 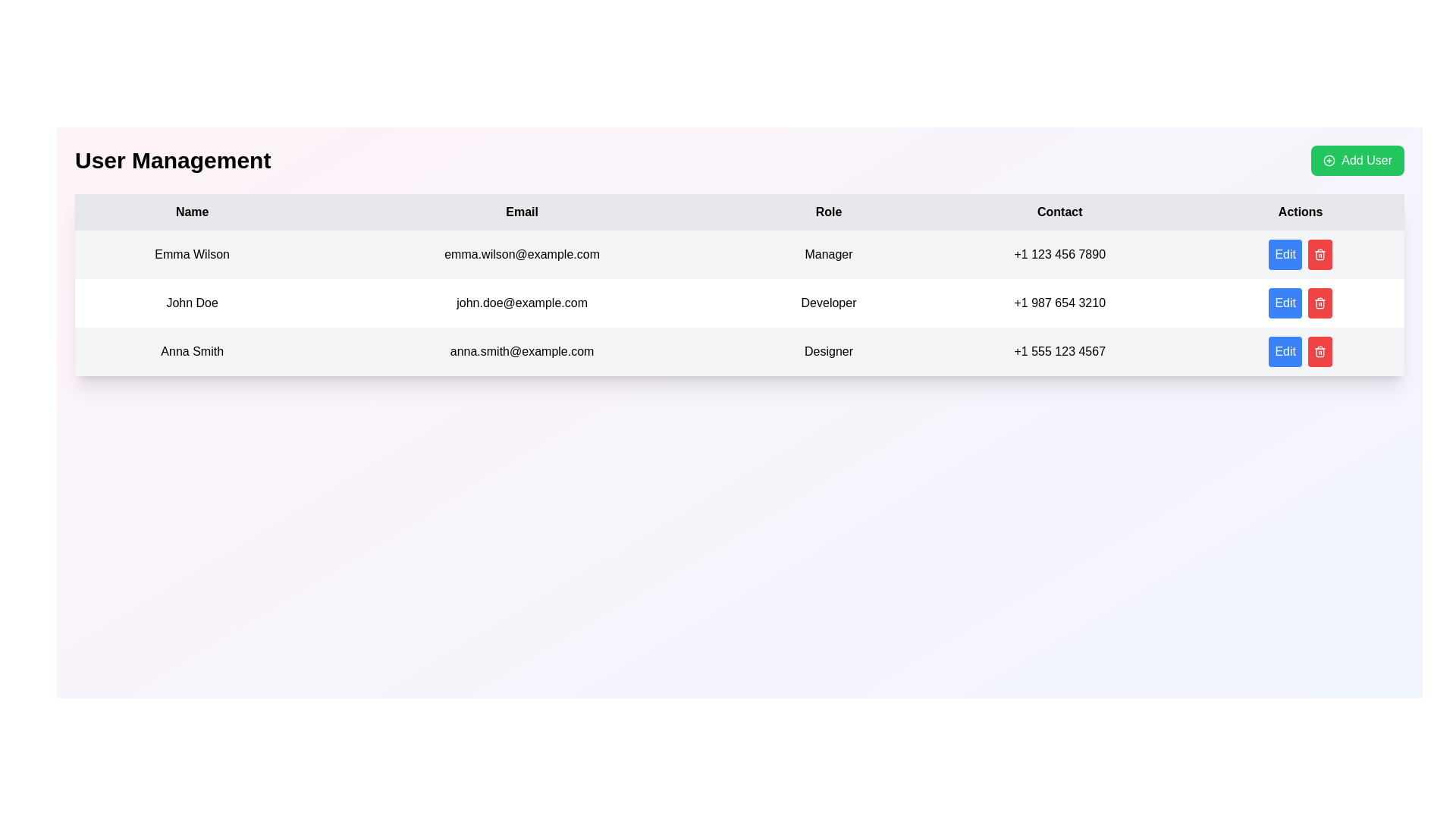 What do you see at coordinates (522, 303) in the screenshot?
I see `the text element displaying the email address 'john.doe@example.com', which is located in the second cell of the 'Email' column in the table row for 'John Doe'` at bounding box center [522, 303].